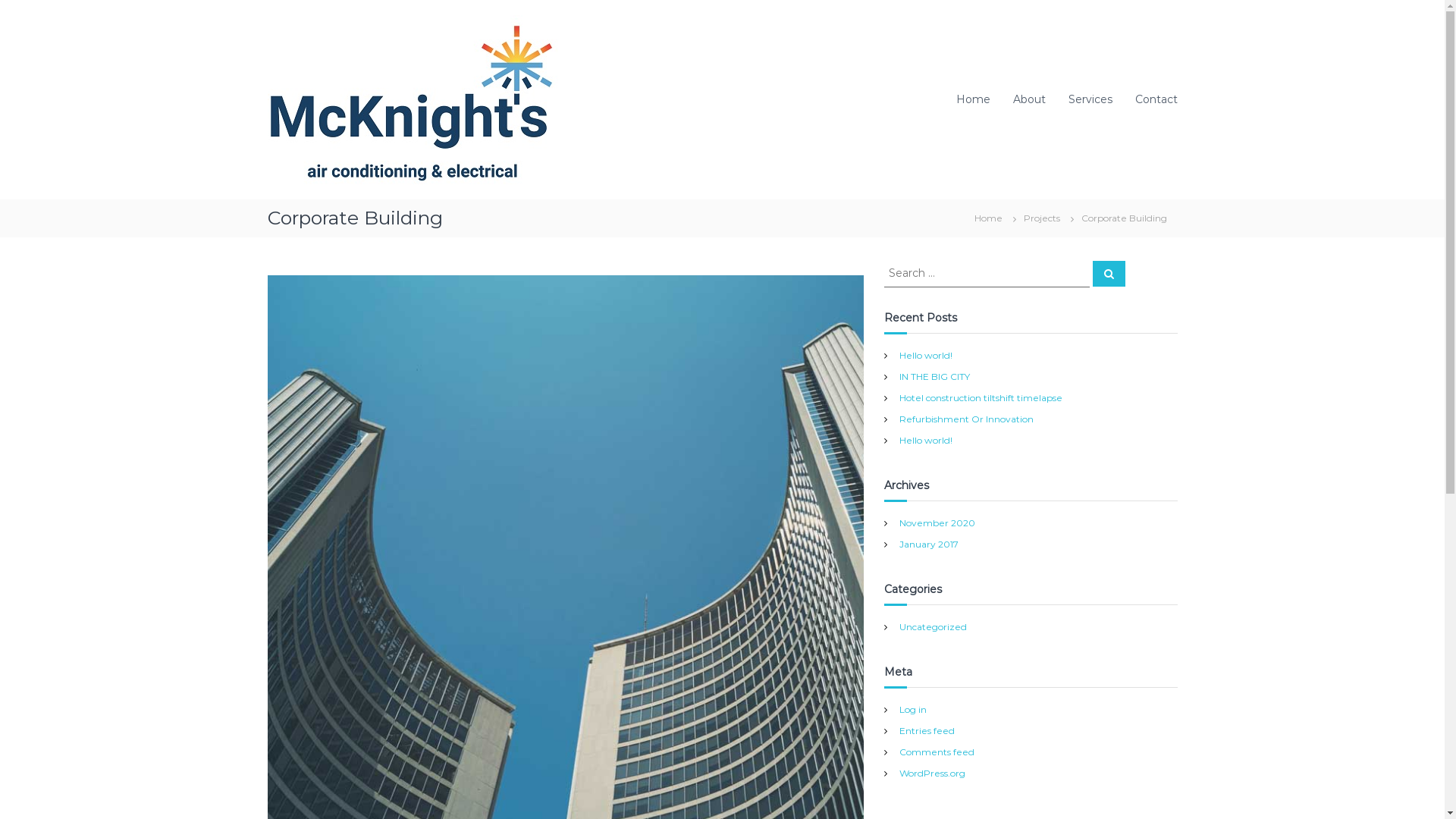 Image resolution: width=1456 pixels, height=819 pixels. Describe the element at coordinates (965, 418) in the screenshot. I see `'Refurbishment Or Innovation'` at that location.